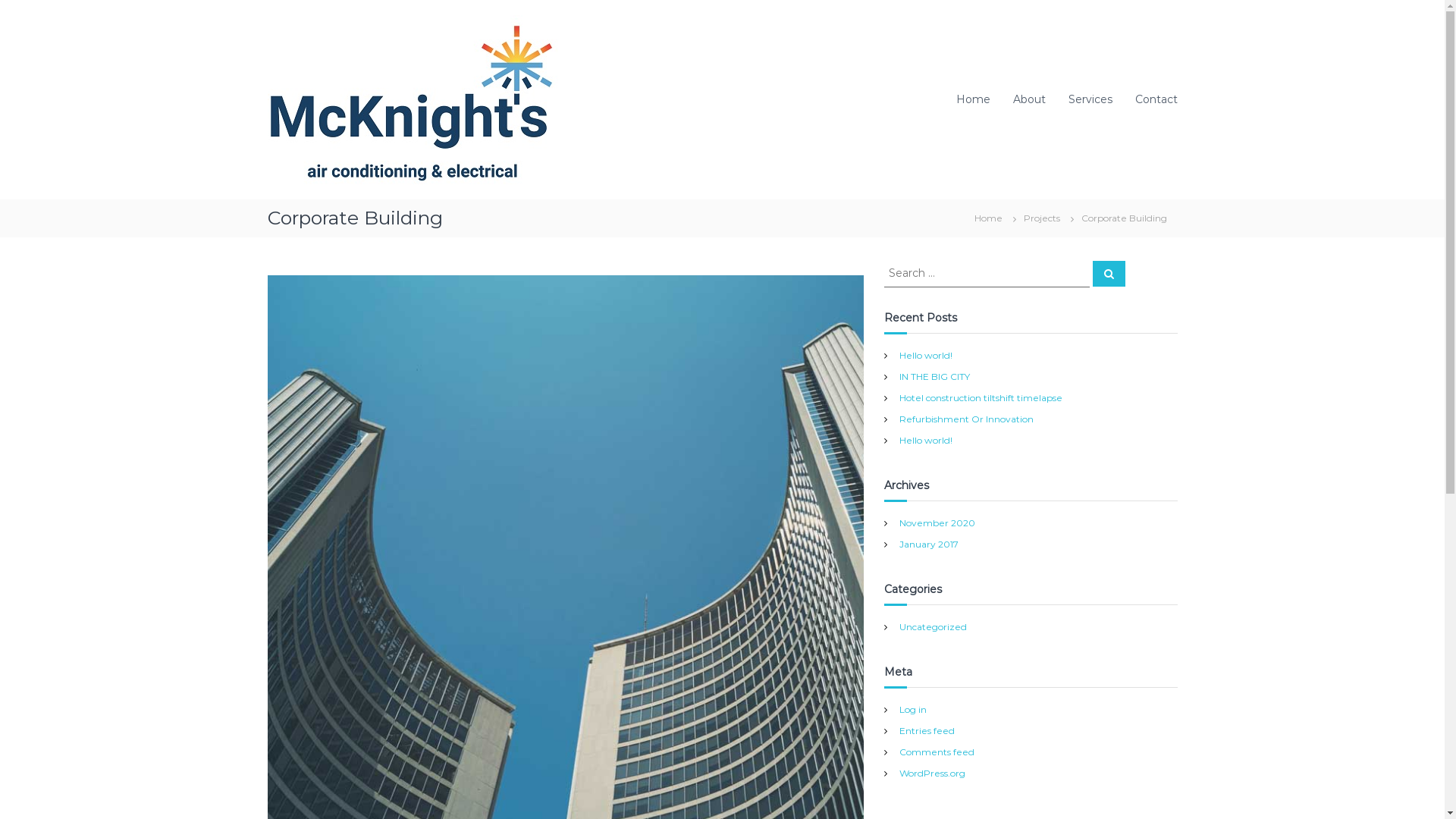 Image resolution: width=1456 pixels, height=819 pixels. Describe the element at coordinates (965, 418) in the screenshot. I see `'Refurbishment Or Innovation'` at that location.